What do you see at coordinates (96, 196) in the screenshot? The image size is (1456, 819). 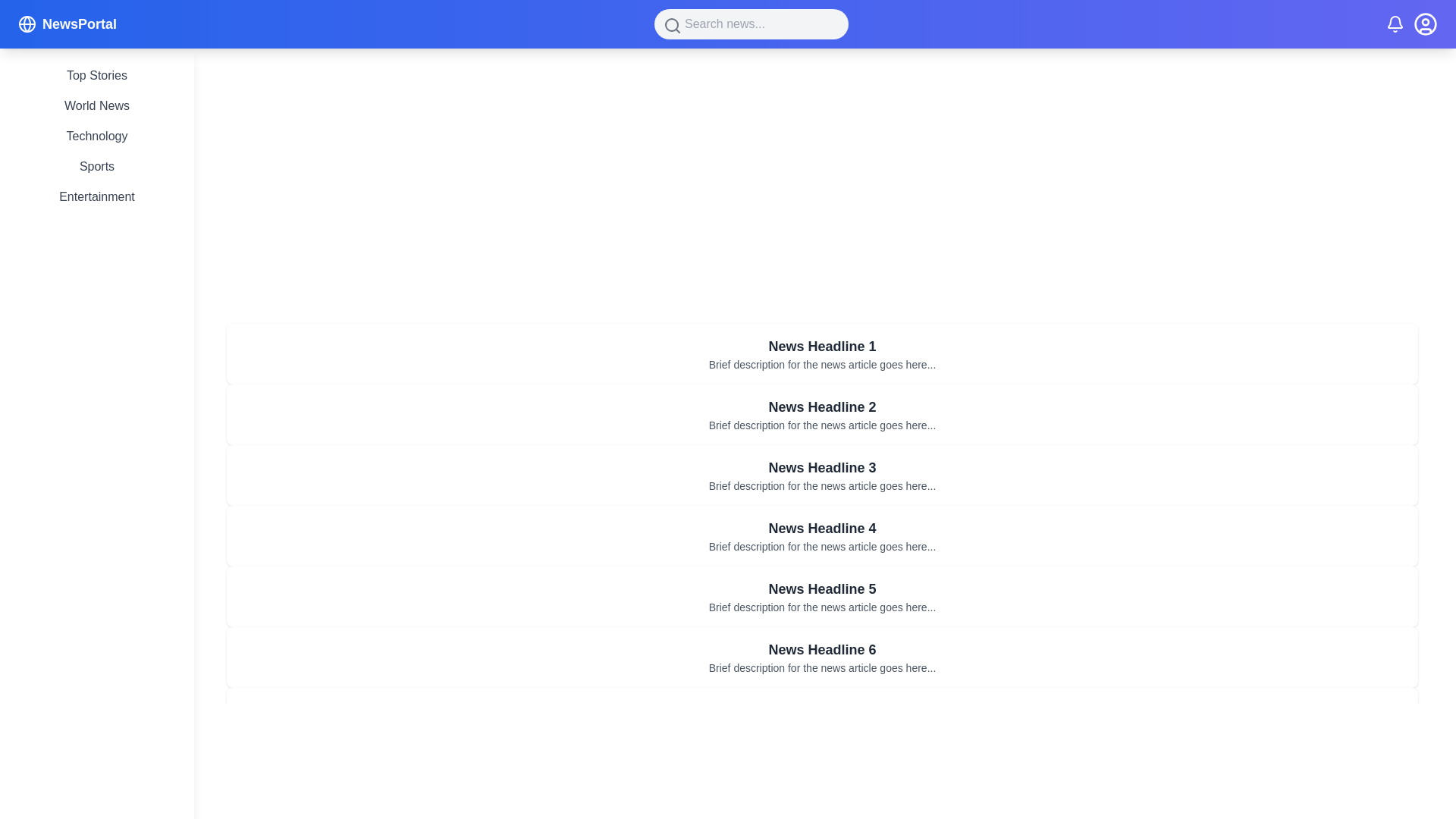 I see `the 'Entertainment' text link located at the bottom of the vertical list in the left sidebar of the interface` at bounding box center [96, 196].